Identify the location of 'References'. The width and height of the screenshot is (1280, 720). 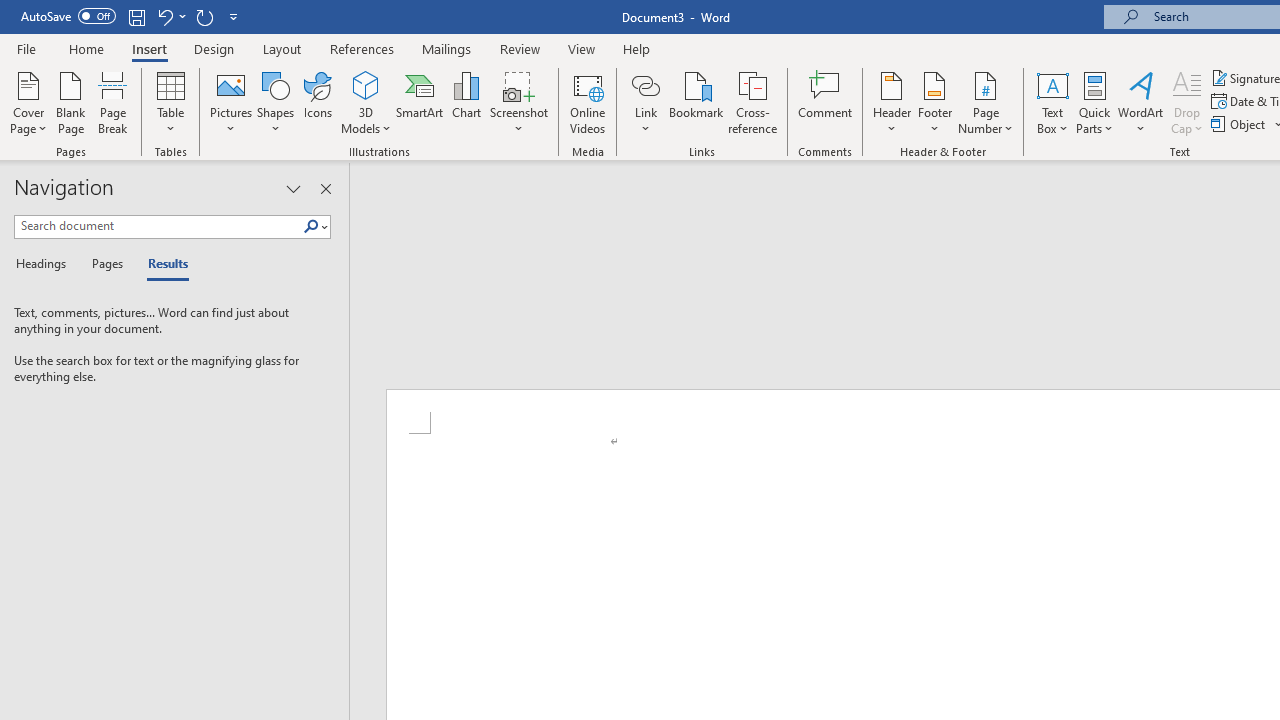
(362, 48).